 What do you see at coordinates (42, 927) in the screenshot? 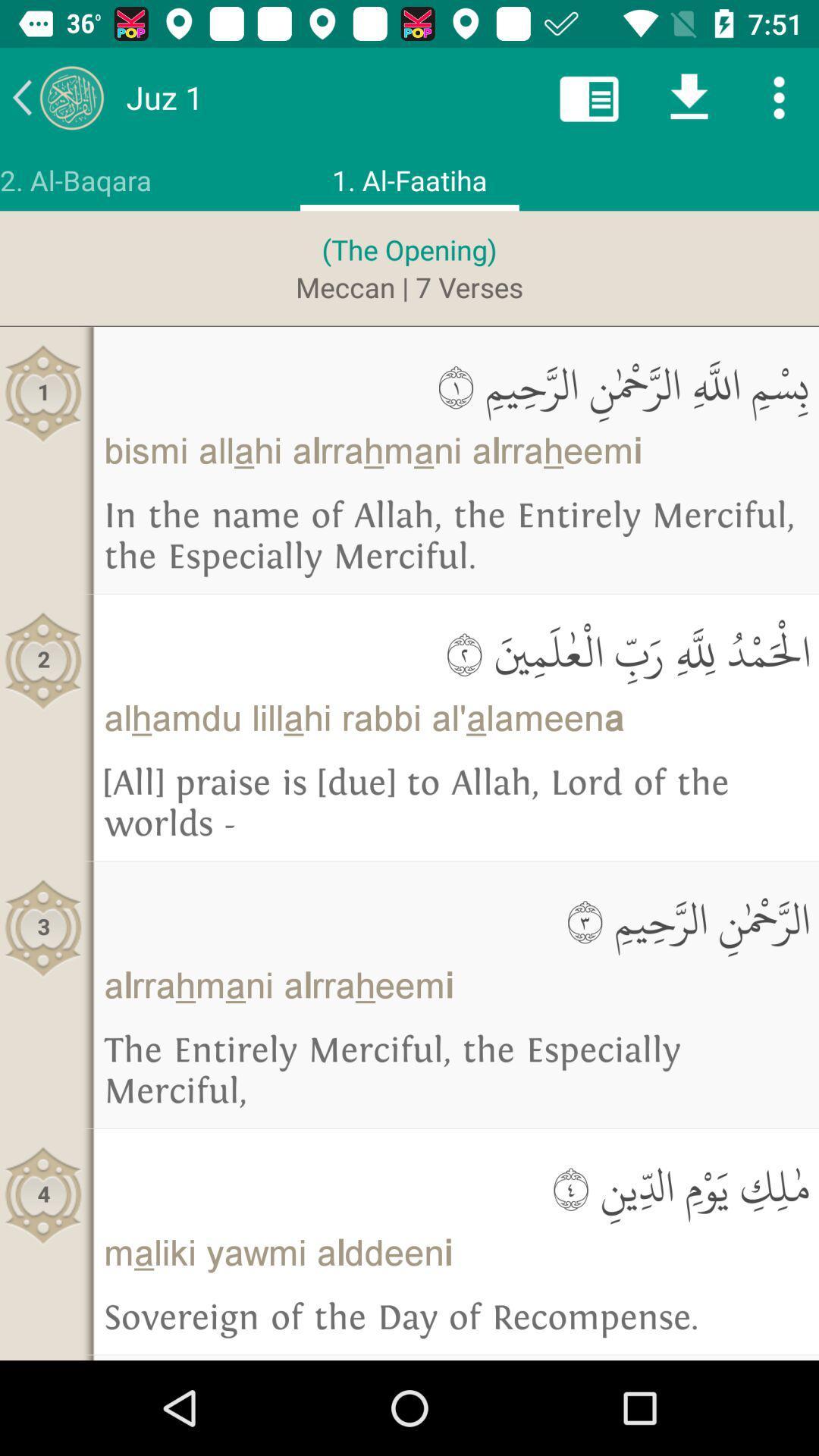
I see `3 icon` at bounding box center [42, 927].